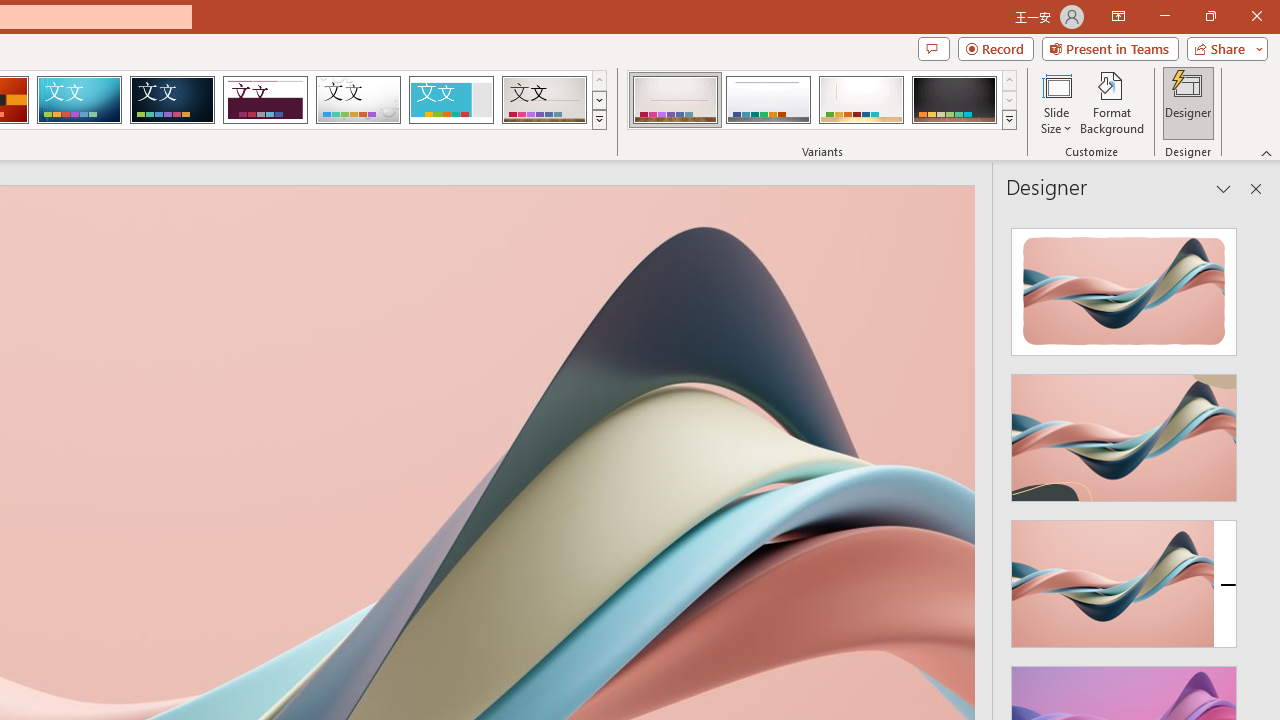  Describe the element at coordinates (675, 100) in the screenshot. I see `'Gallery Variant 1'` at that location.